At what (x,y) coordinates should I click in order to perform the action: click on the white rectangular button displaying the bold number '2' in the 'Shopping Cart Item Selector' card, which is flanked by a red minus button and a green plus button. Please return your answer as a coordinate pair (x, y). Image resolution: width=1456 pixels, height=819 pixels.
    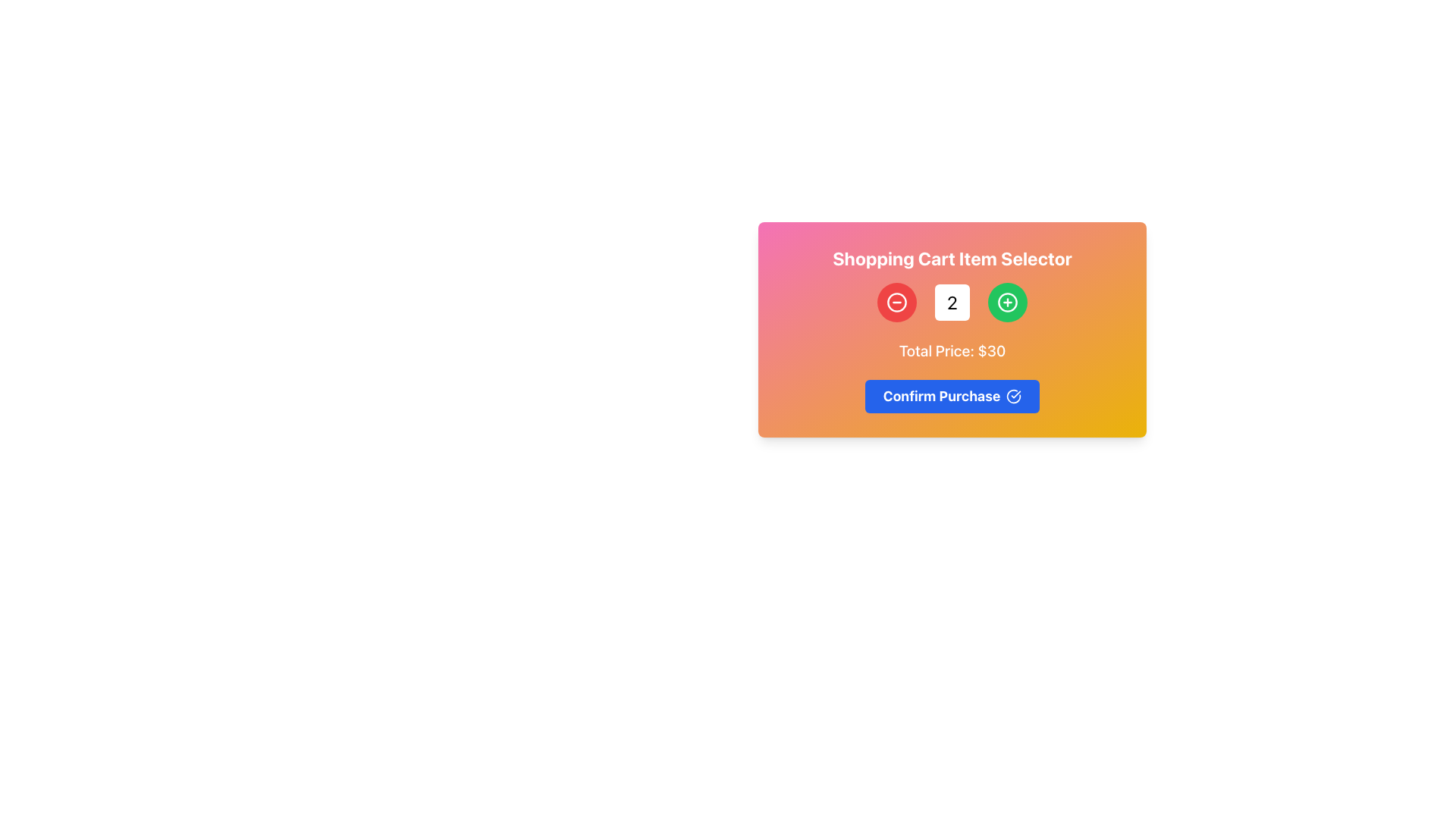
    Looking at the image, I should click on (952, 302).